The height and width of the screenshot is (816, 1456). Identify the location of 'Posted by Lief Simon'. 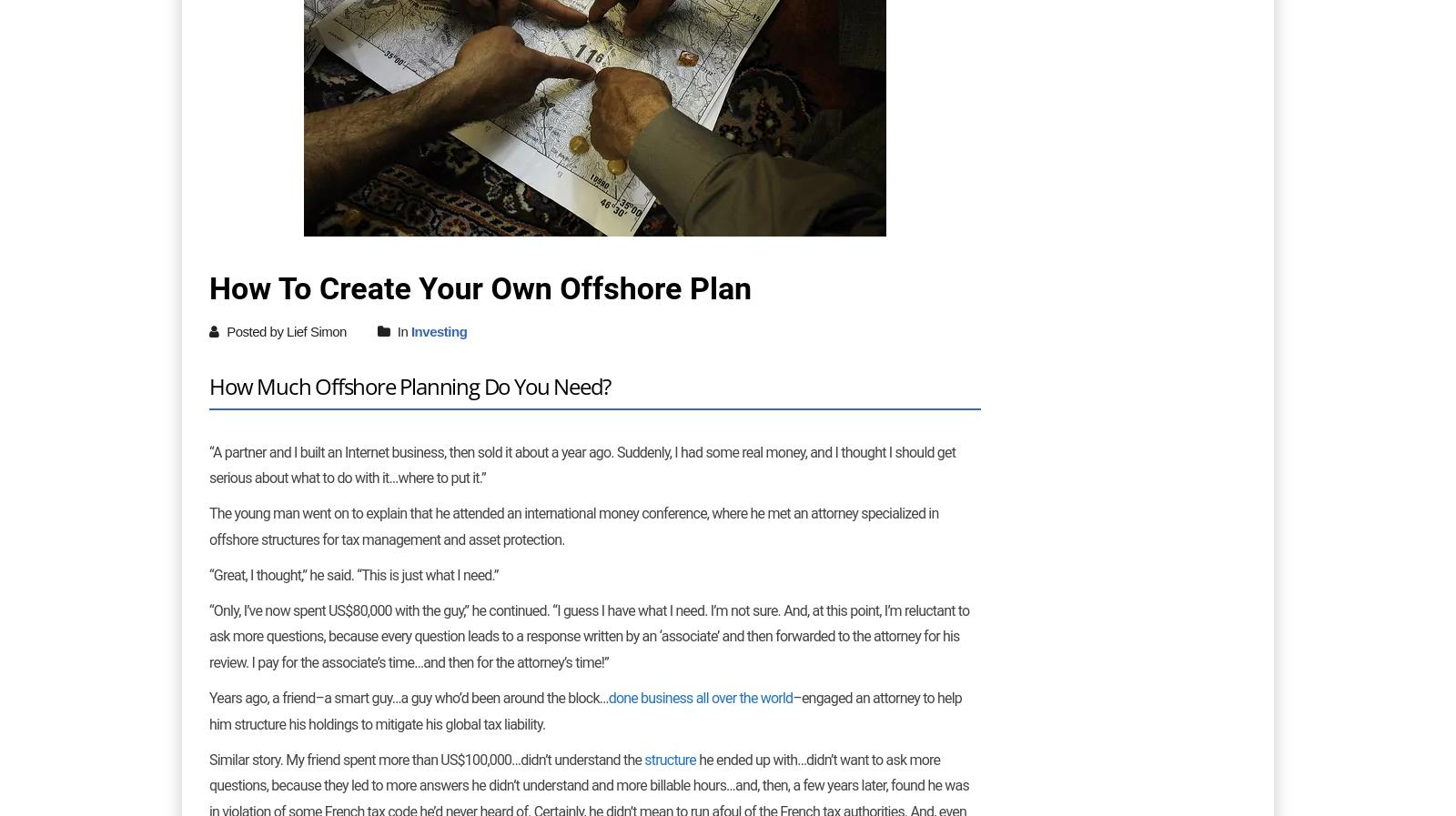
(284, 330).